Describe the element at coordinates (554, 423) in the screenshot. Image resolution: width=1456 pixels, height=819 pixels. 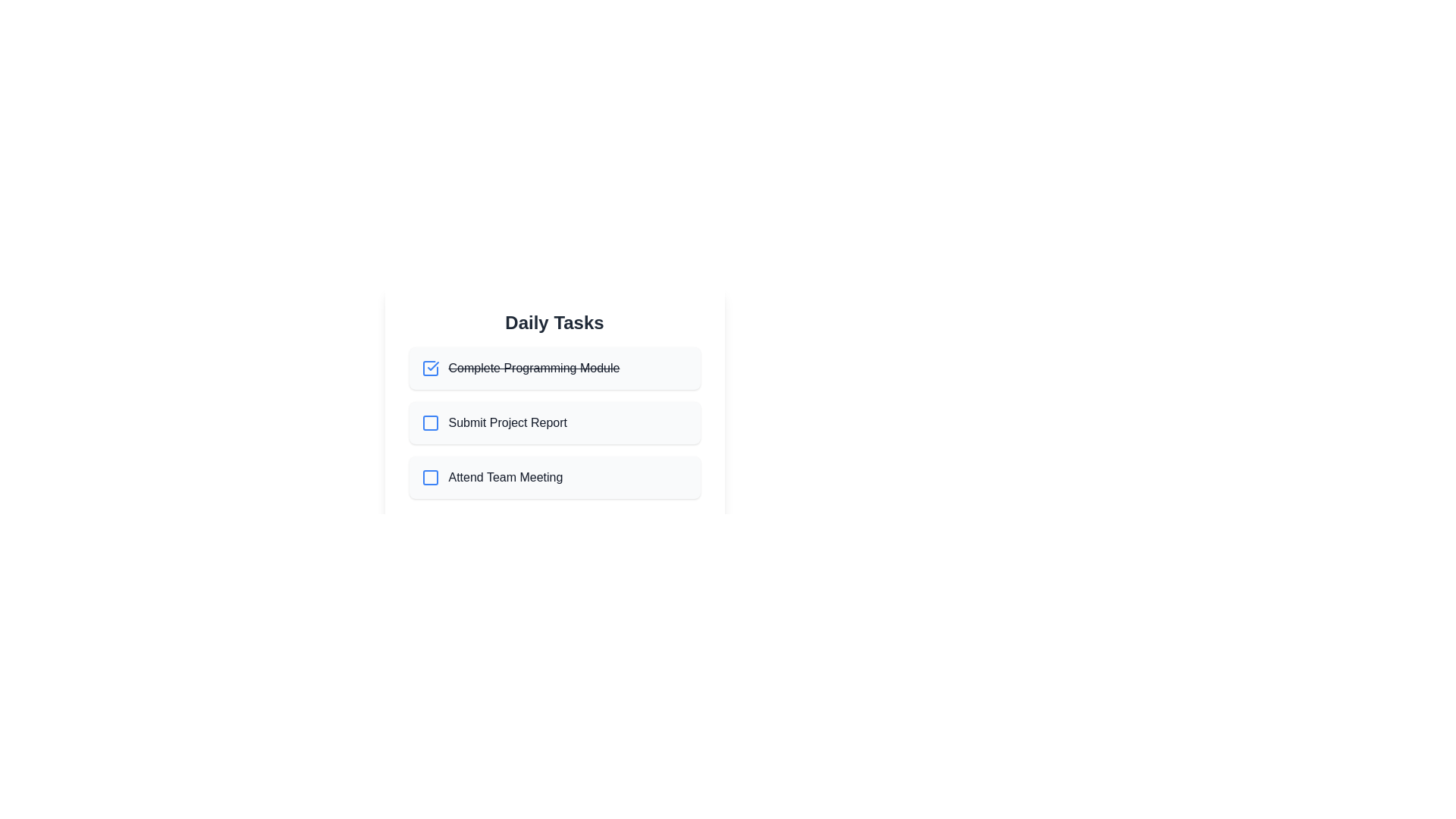
I see `the task list component located under the 'Daily Tasks' header` at that location.